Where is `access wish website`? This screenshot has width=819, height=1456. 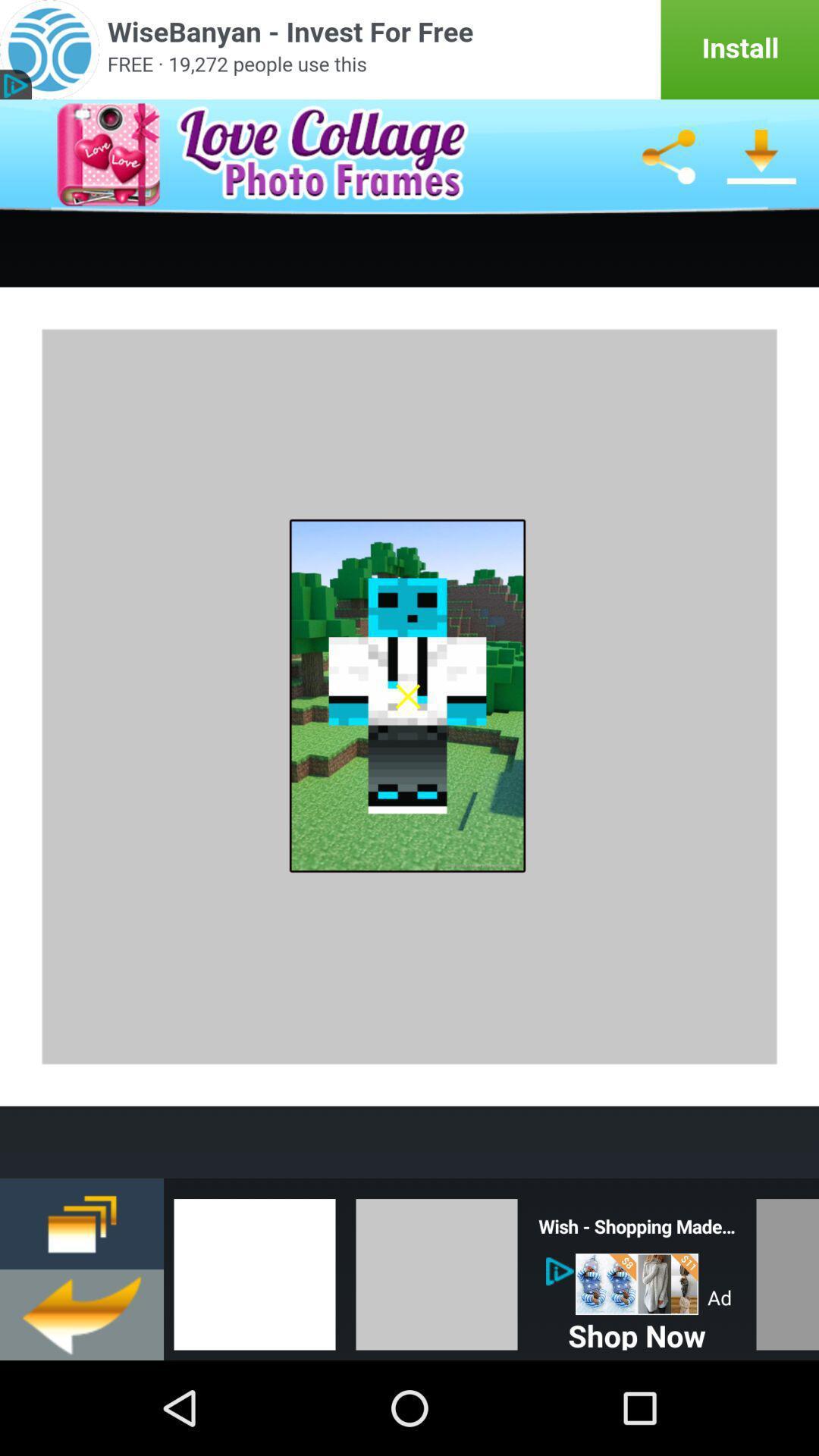
access wish website is located at coordinates (637, 1283).